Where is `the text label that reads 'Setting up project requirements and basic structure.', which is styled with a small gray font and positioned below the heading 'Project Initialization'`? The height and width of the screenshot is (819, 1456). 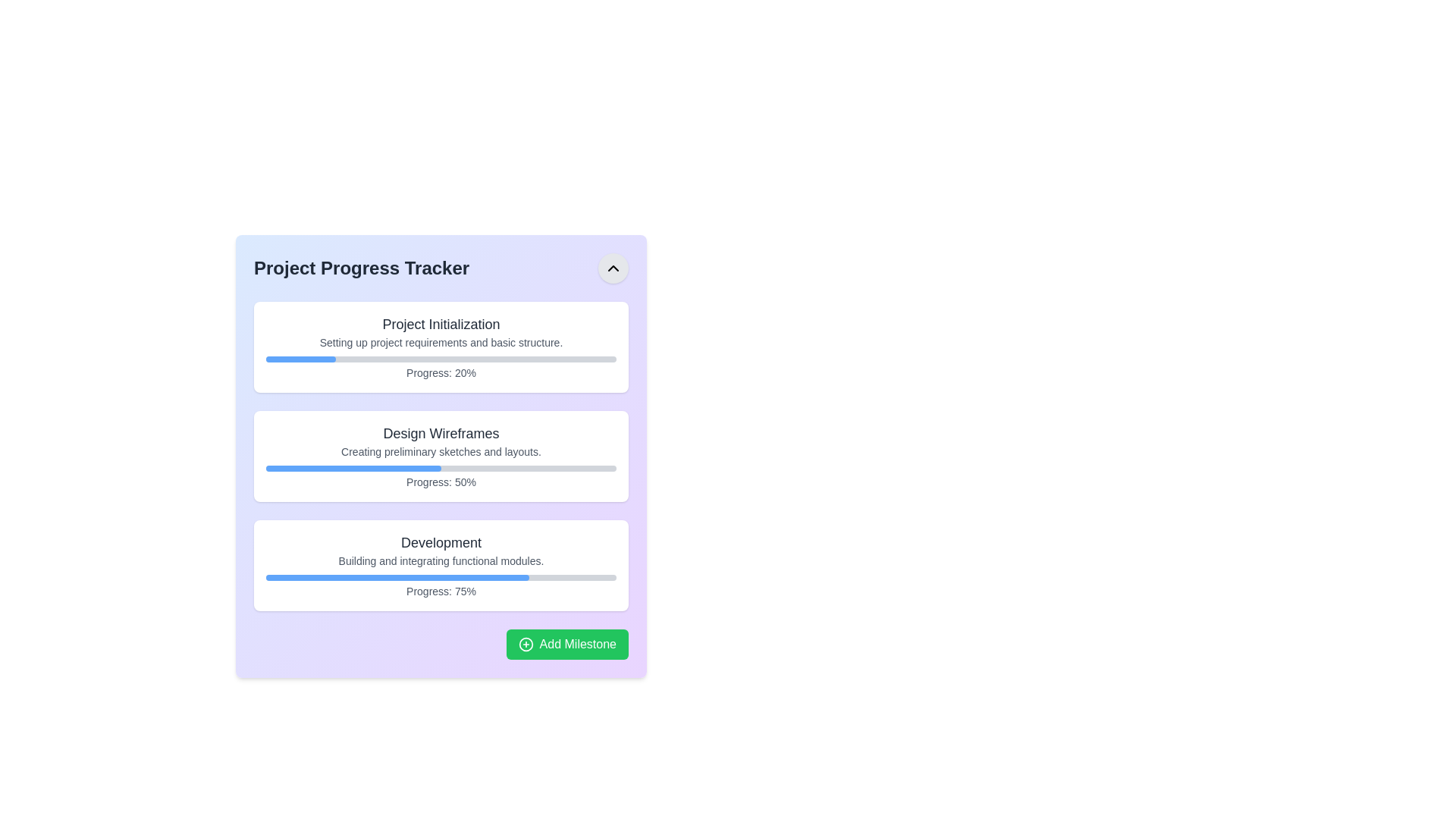
the text label that reads 'Setting up project requirements and basic structure.', which is styled with a small gray font and positioned below the heading 'Project Initialization' is located at coordinates (440, 342).